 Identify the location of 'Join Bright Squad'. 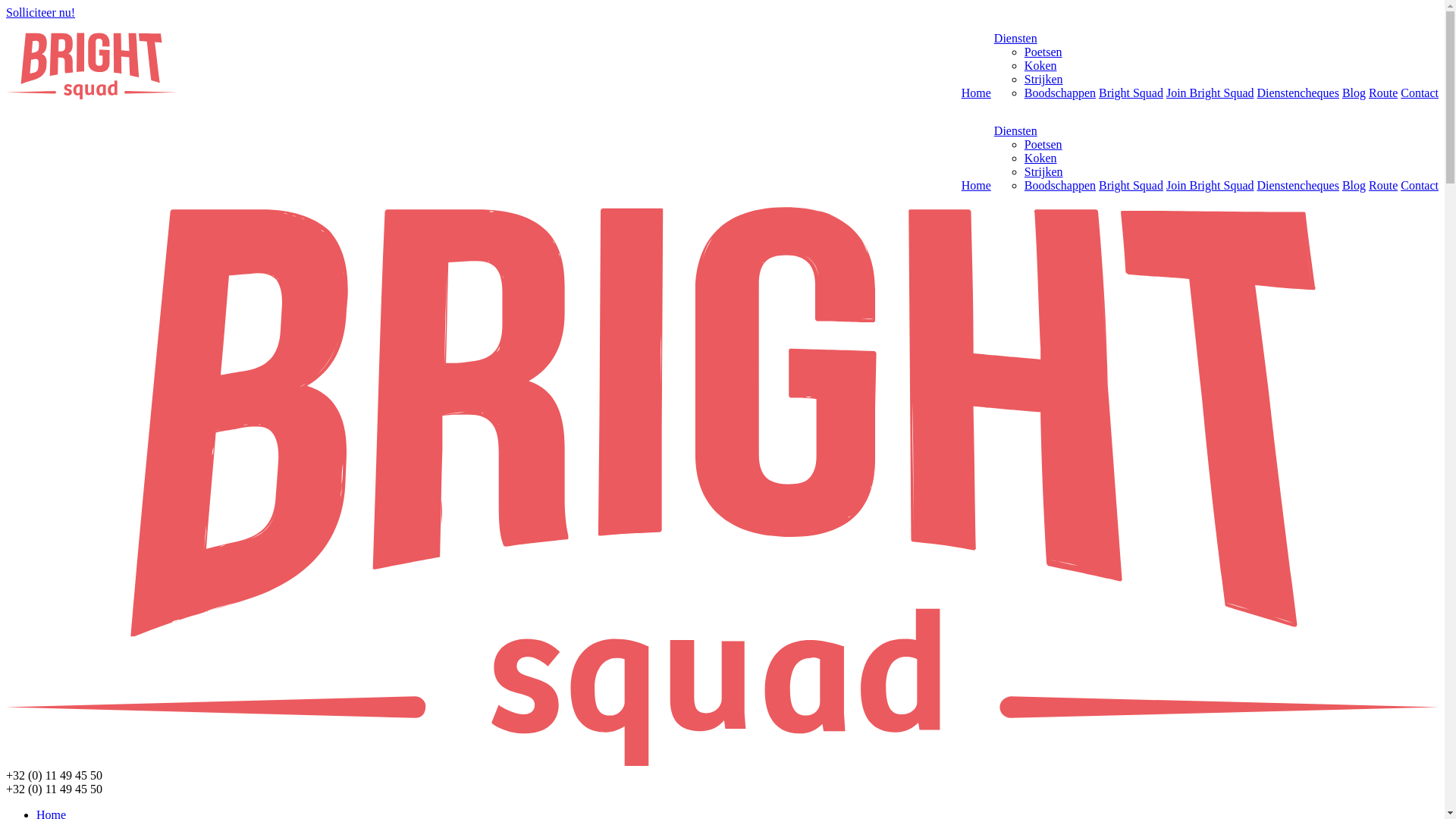
(1210, 184).